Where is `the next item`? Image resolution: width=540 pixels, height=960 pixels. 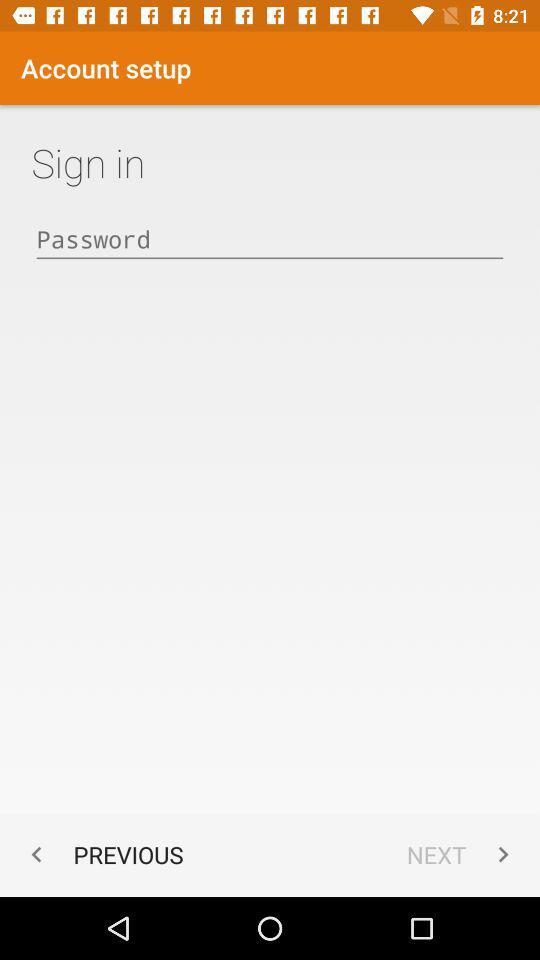 the next item is located at coordinates (462, 853).